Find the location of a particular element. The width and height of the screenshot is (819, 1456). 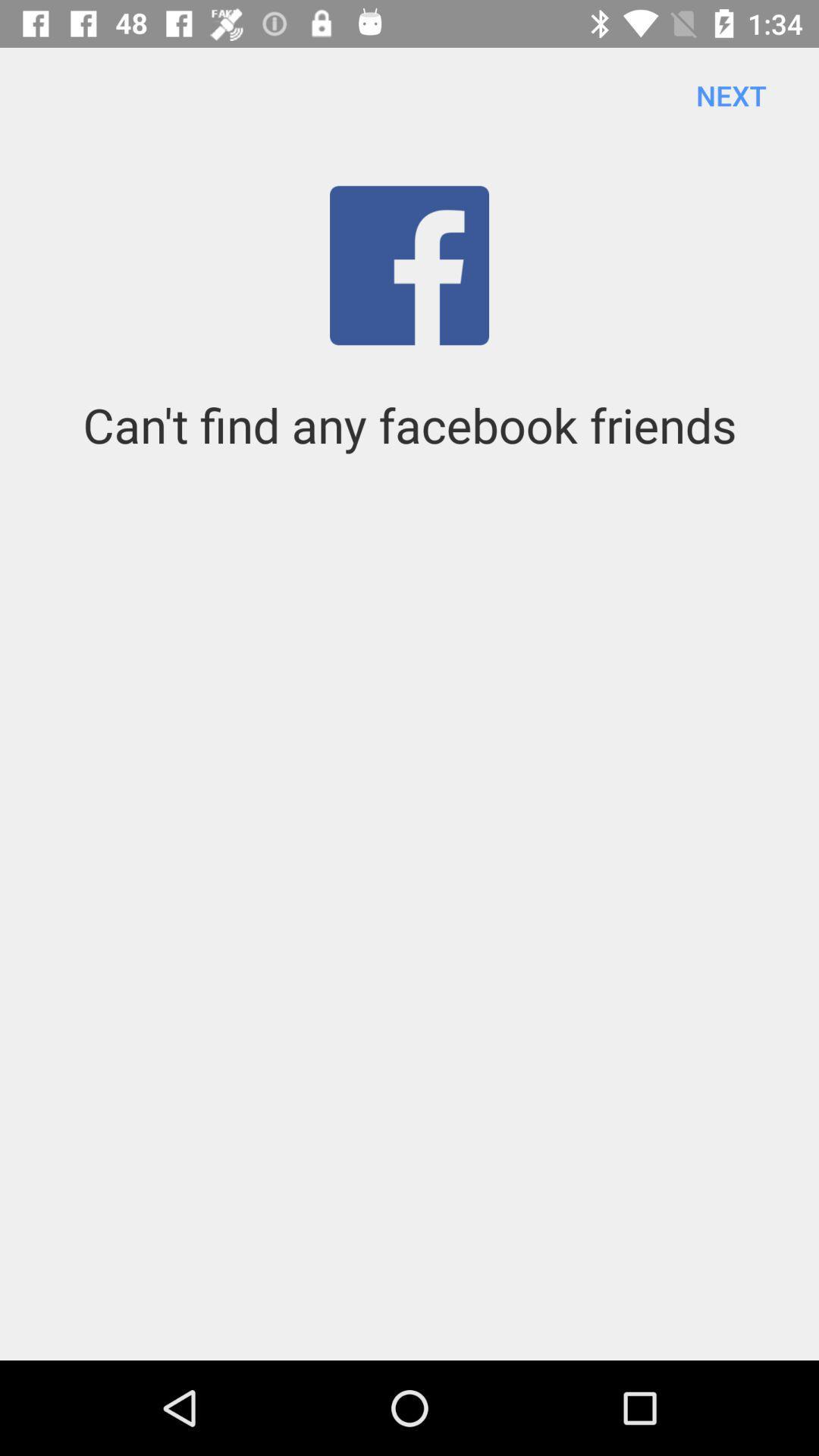

the next item is located at coordinates (730, 94).